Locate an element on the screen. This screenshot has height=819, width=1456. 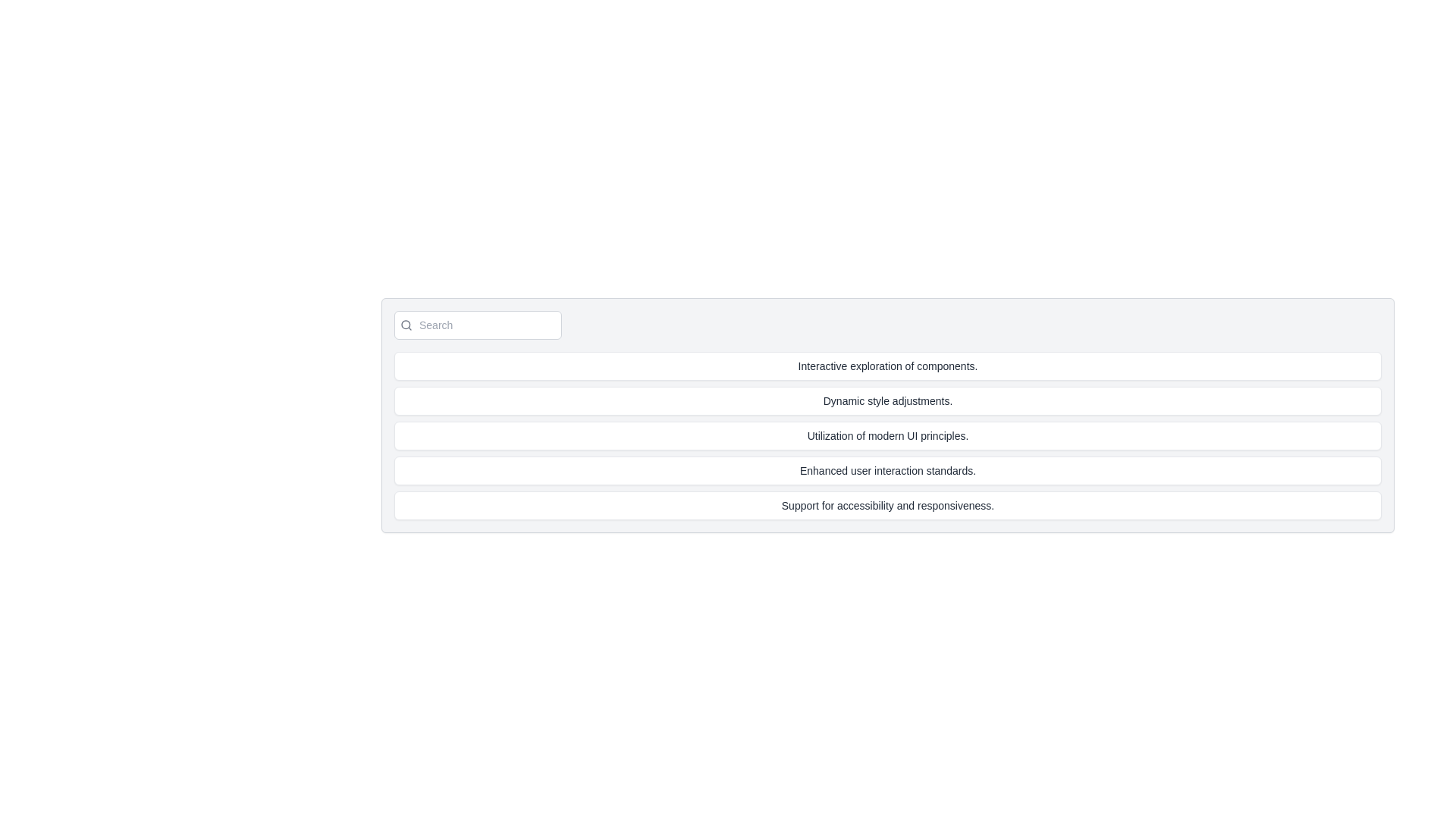
the character 'i' in the word 'Interactive' within the phrase 'Interactive exploration of components.' is located at coordinates (889, 366).